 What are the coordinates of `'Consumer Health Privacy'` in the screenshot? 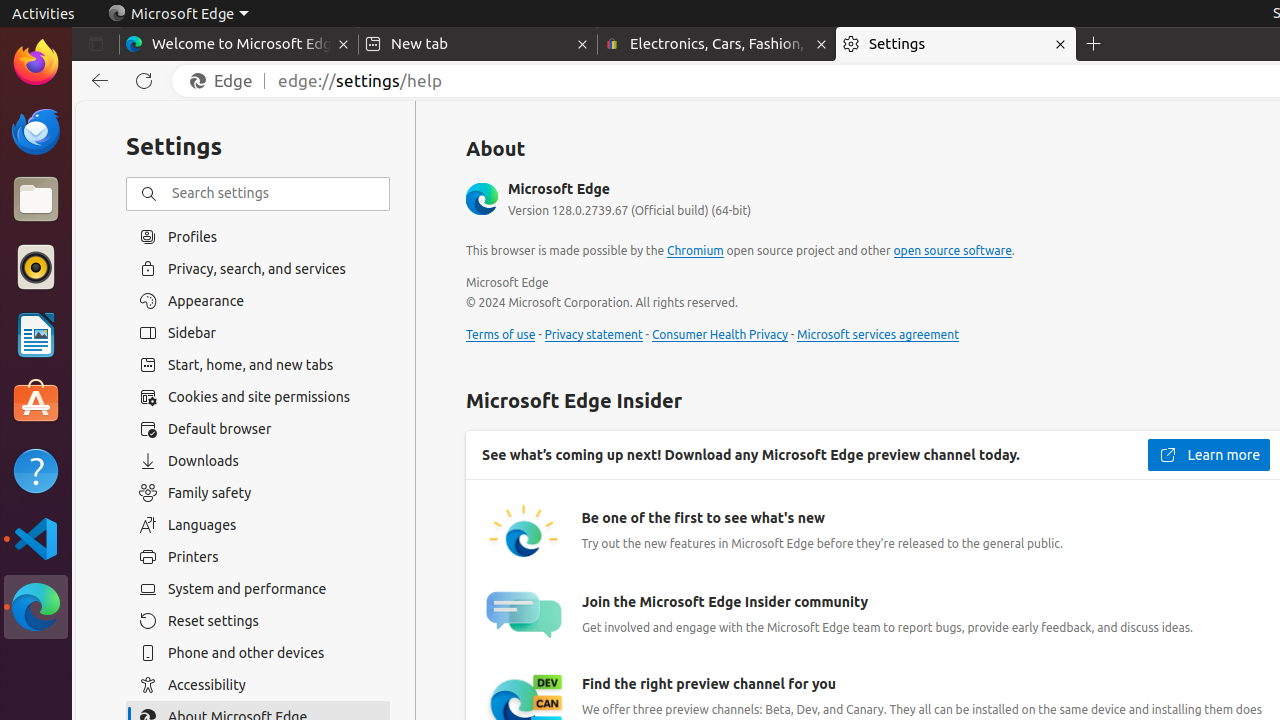 It's located at (719, 334).